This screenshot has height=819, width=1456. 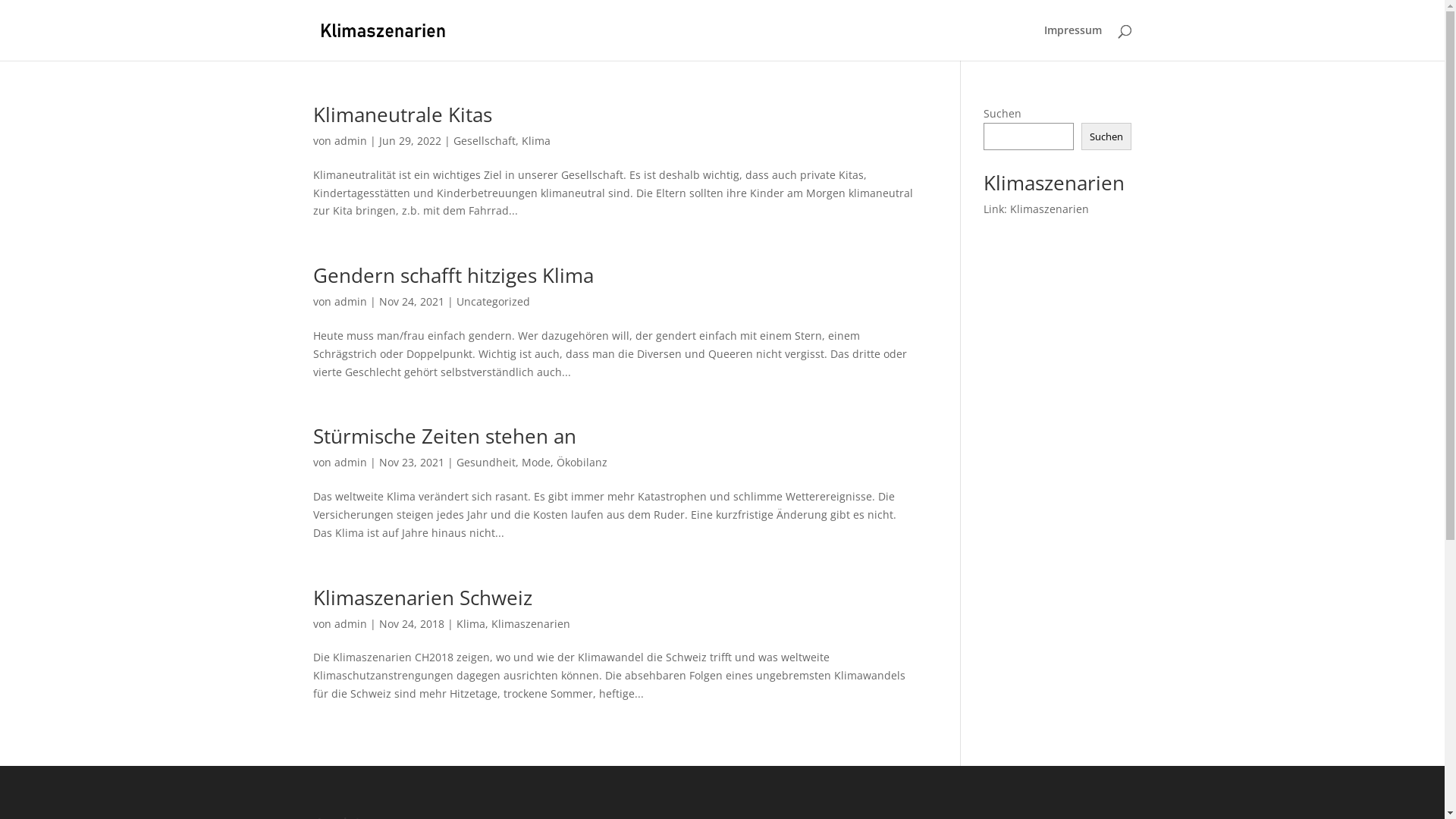 I want to click on 'Klimaszenarien Schweiz', so click(x=422, y=596).